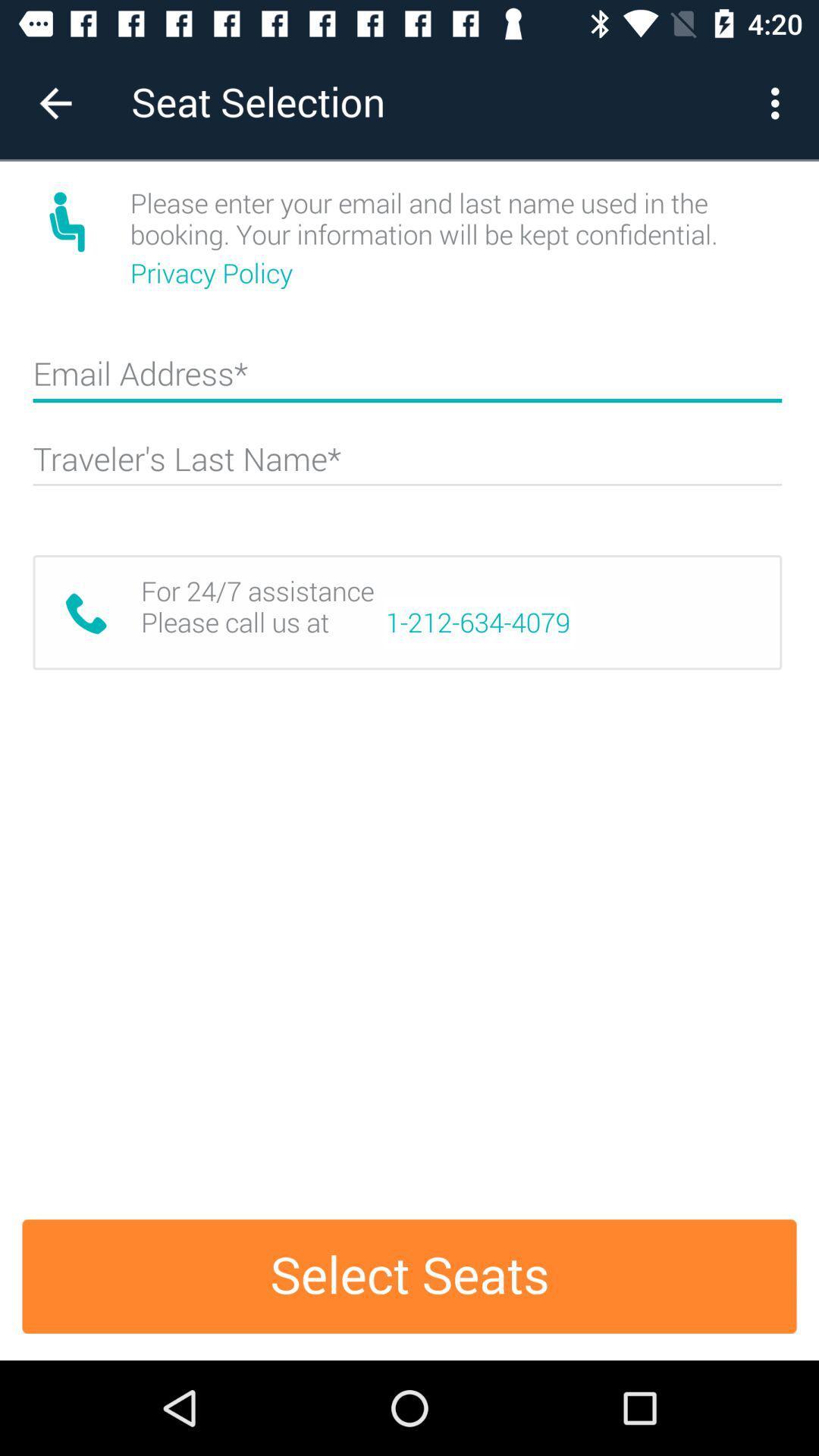  What do you see at coordinates (779, 102) in the screenshot?
I see `the icon to the right of the seat selection item` at bounding box center [779, 102].